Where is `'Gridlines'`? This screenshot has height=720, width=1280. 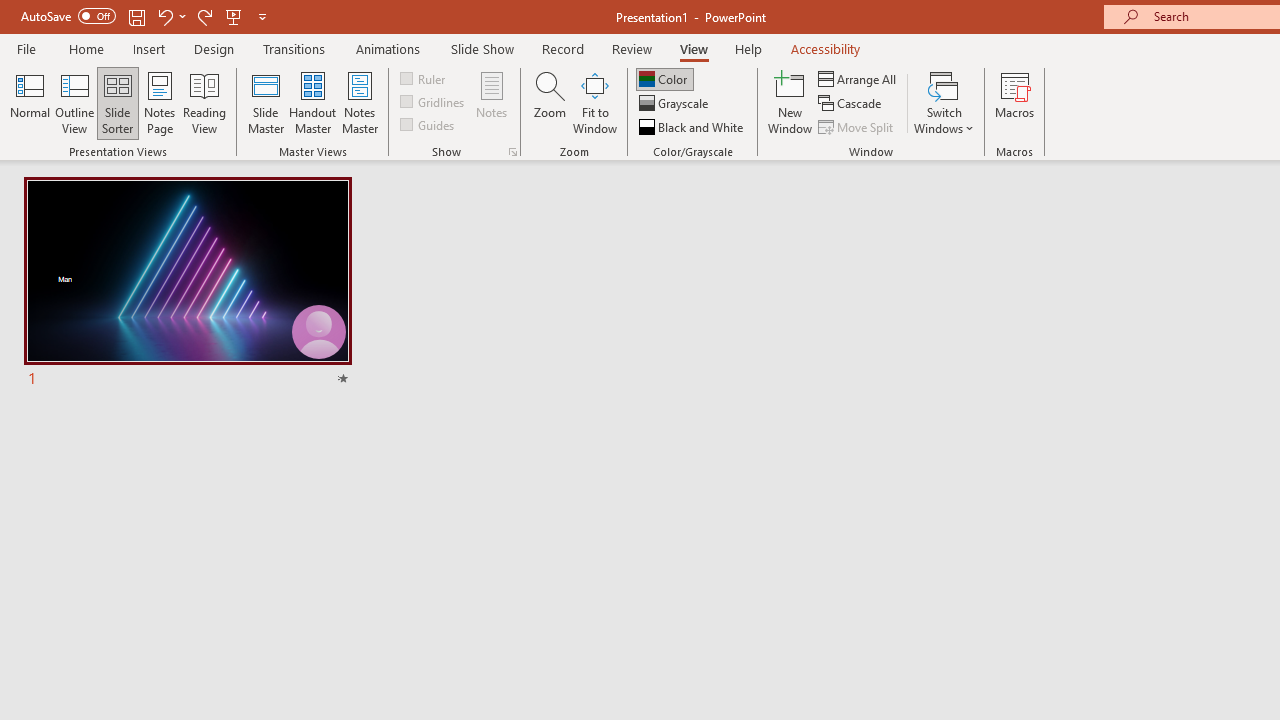
'Gridlines' is located at coordinates (432, 101).